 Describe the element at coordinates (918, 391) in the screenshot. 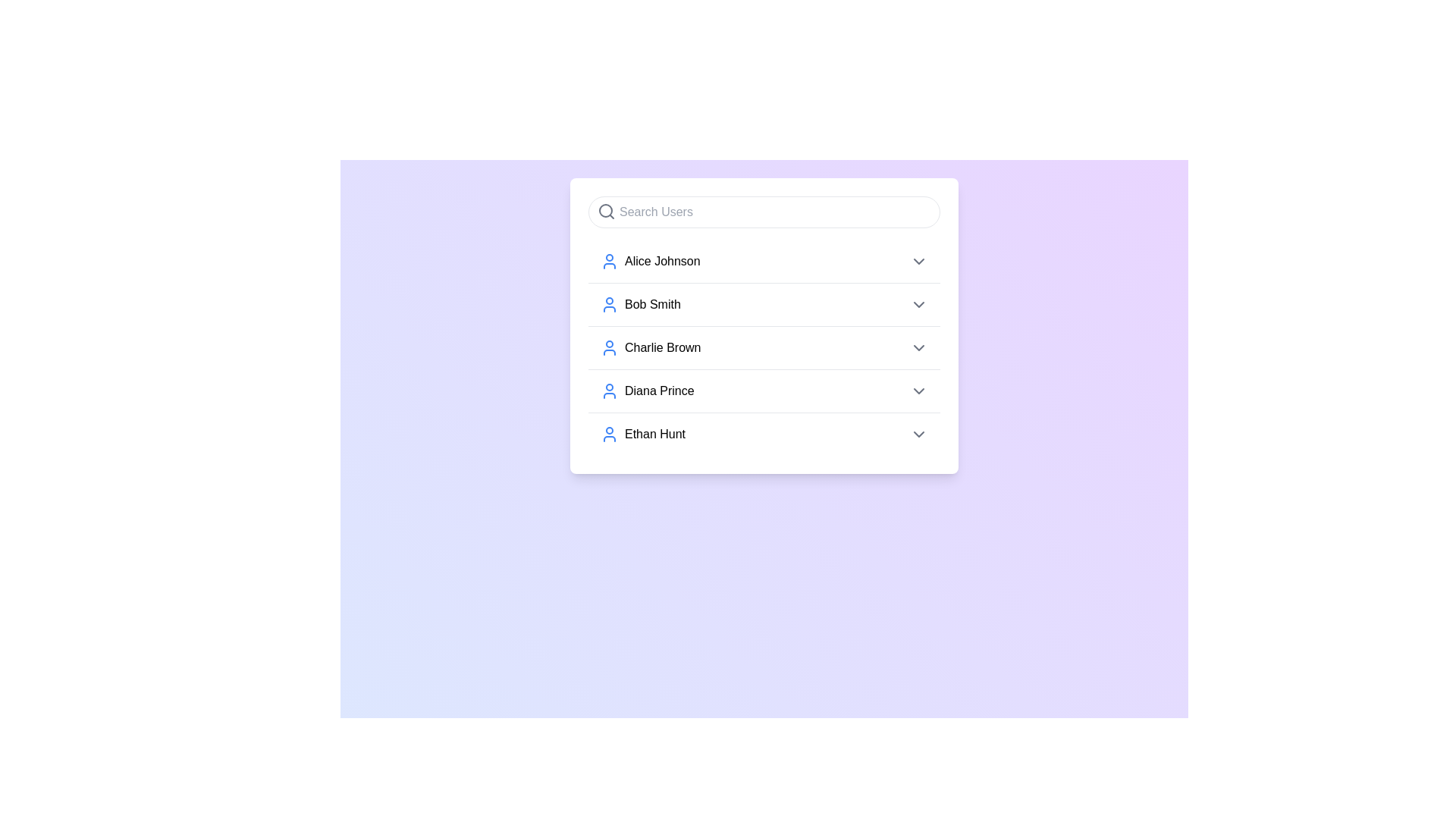

I see `the downward-pointing chevron icon styled in gray located at the right end of the 'Diana Prince' entry to trigger a tooltip or visual feedback` at that location.